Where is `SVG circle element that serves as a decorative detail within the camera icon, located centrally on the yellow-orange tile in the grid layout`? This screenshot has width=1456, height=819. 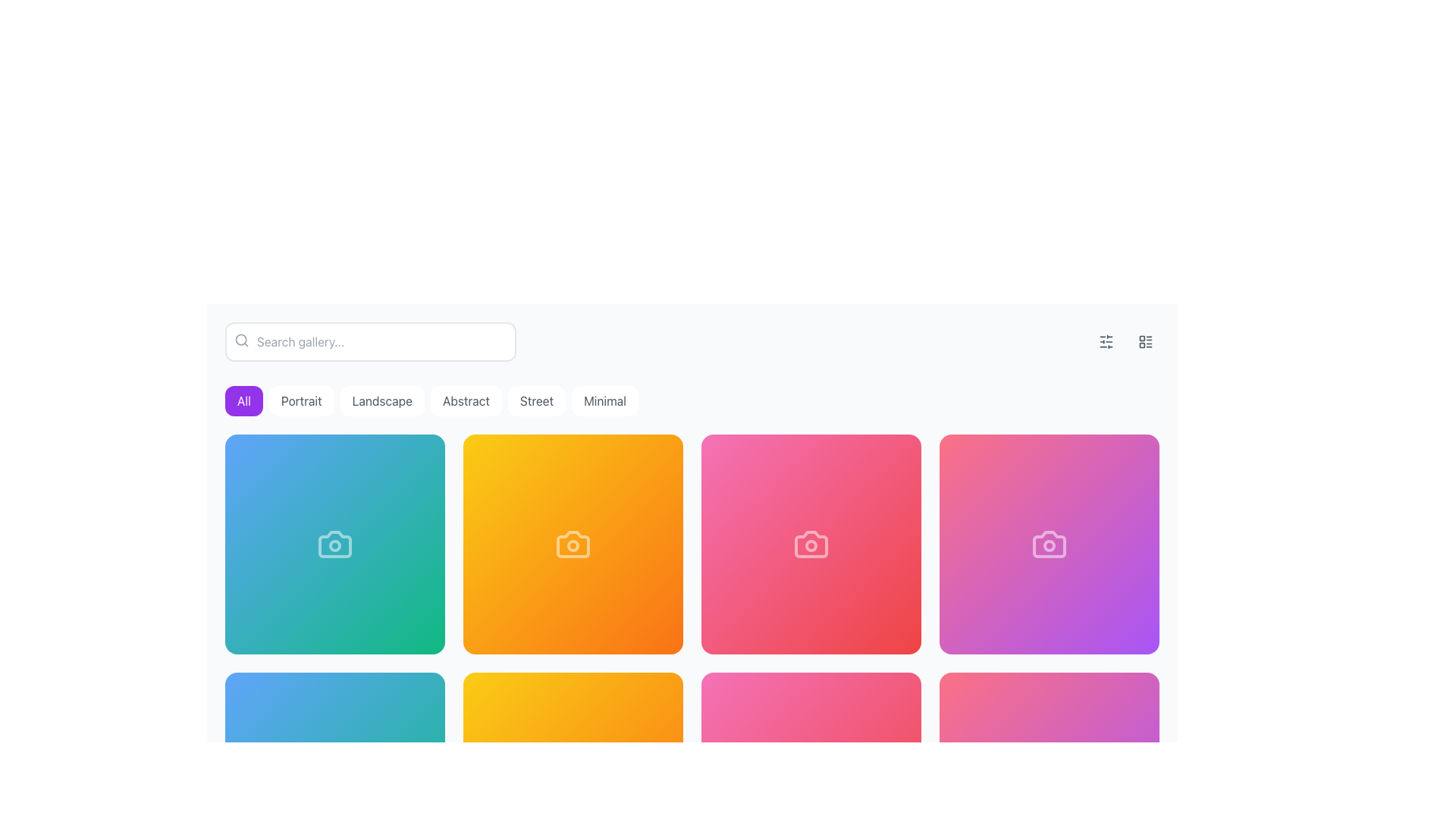
SVG circle element that serves as a decorative detail within the camera icon, located centrally on the yellow-orange tile in the grid layout is located at coordinates (572, 546).